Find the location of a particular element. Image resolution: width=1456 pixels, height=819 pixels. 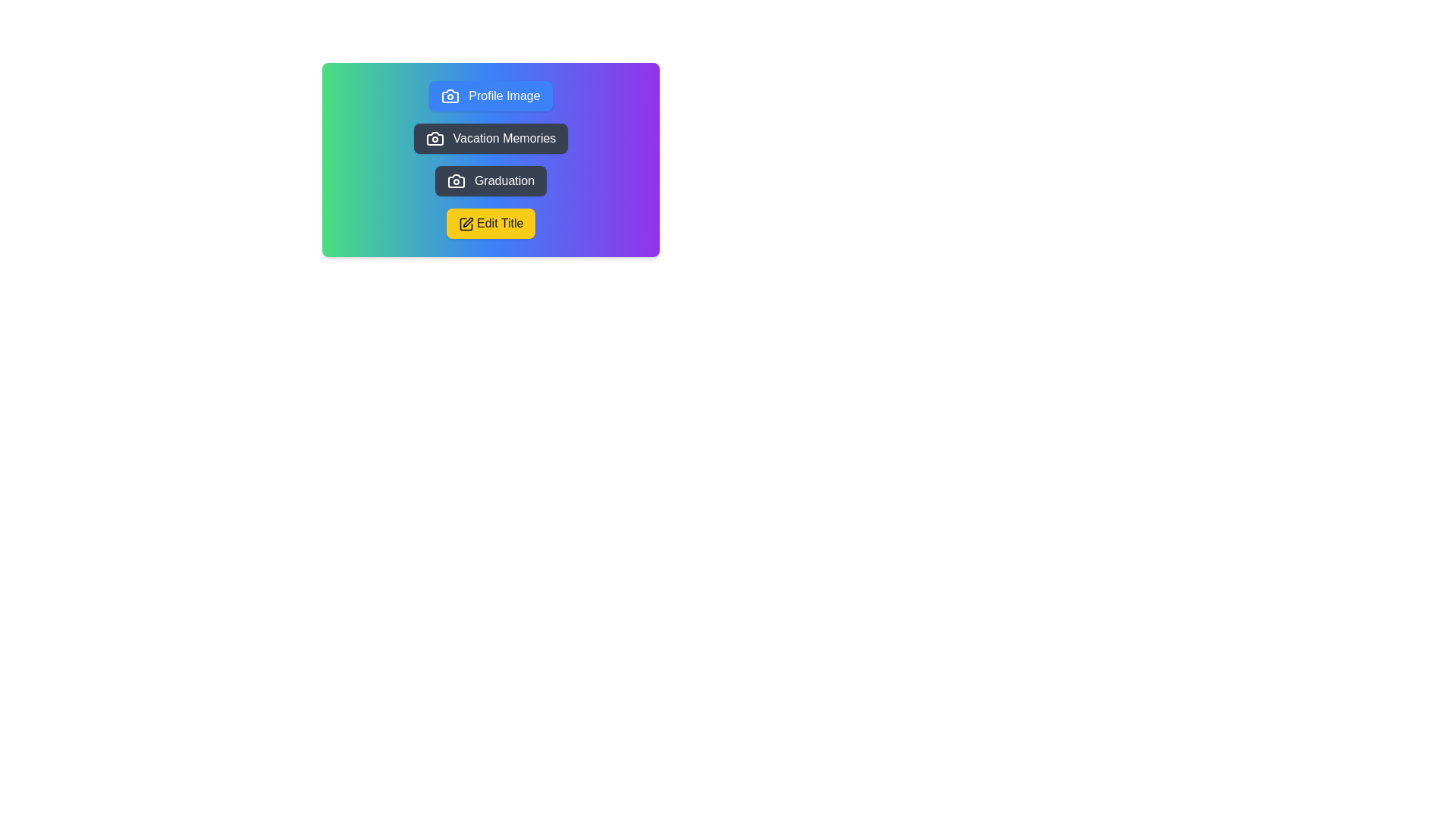

the camera icon within the rounded dark-gray button labeled 'Graduation' is located at coordinates (455, 180).